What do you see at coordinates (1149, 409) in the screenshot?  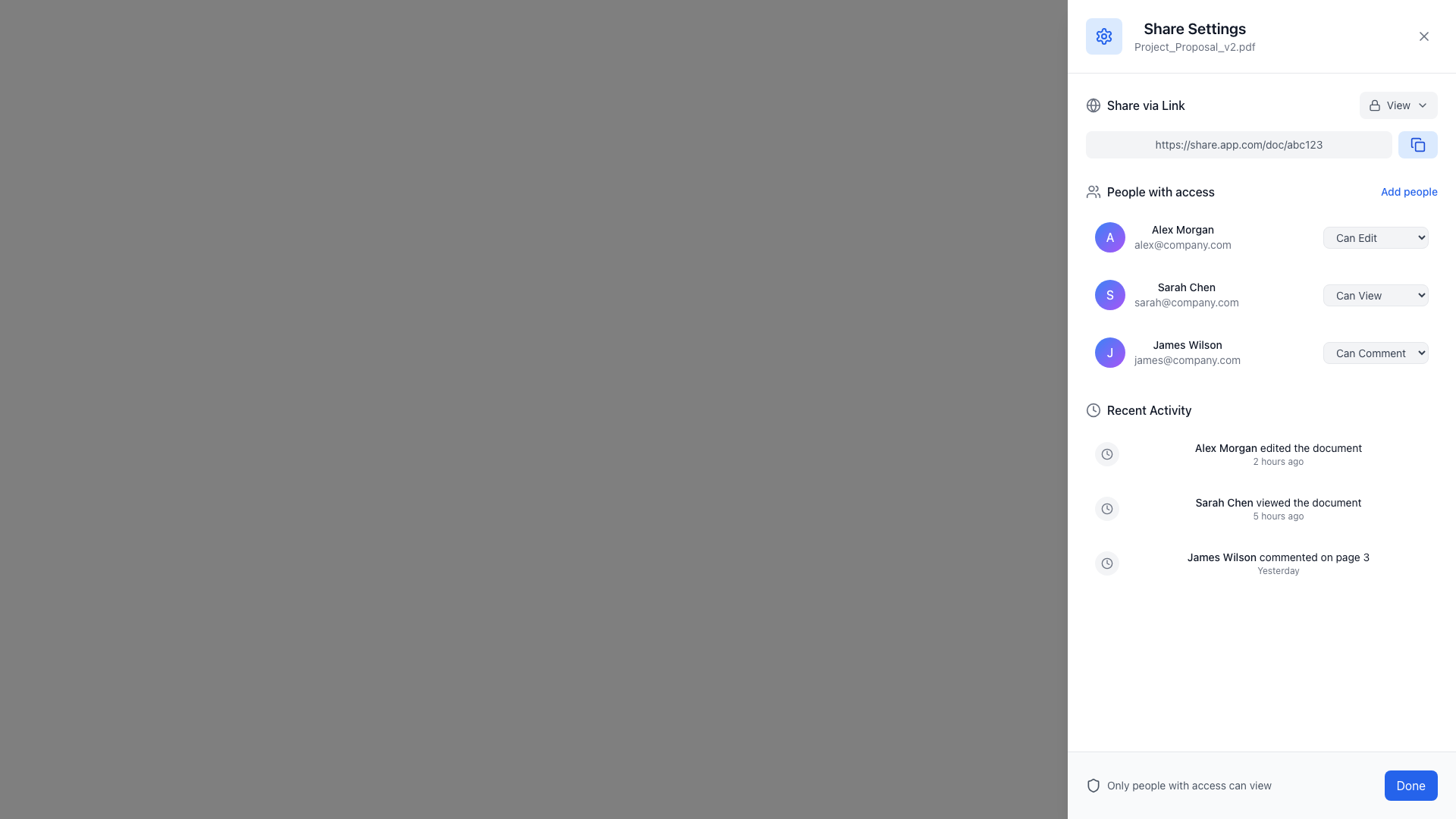 I see `the 'Recent Activity' text label, which is styled in a medium-weight sans-serif font and is located at the top right of the interface, next to a clock icon` at bounding box center [1149, 409].